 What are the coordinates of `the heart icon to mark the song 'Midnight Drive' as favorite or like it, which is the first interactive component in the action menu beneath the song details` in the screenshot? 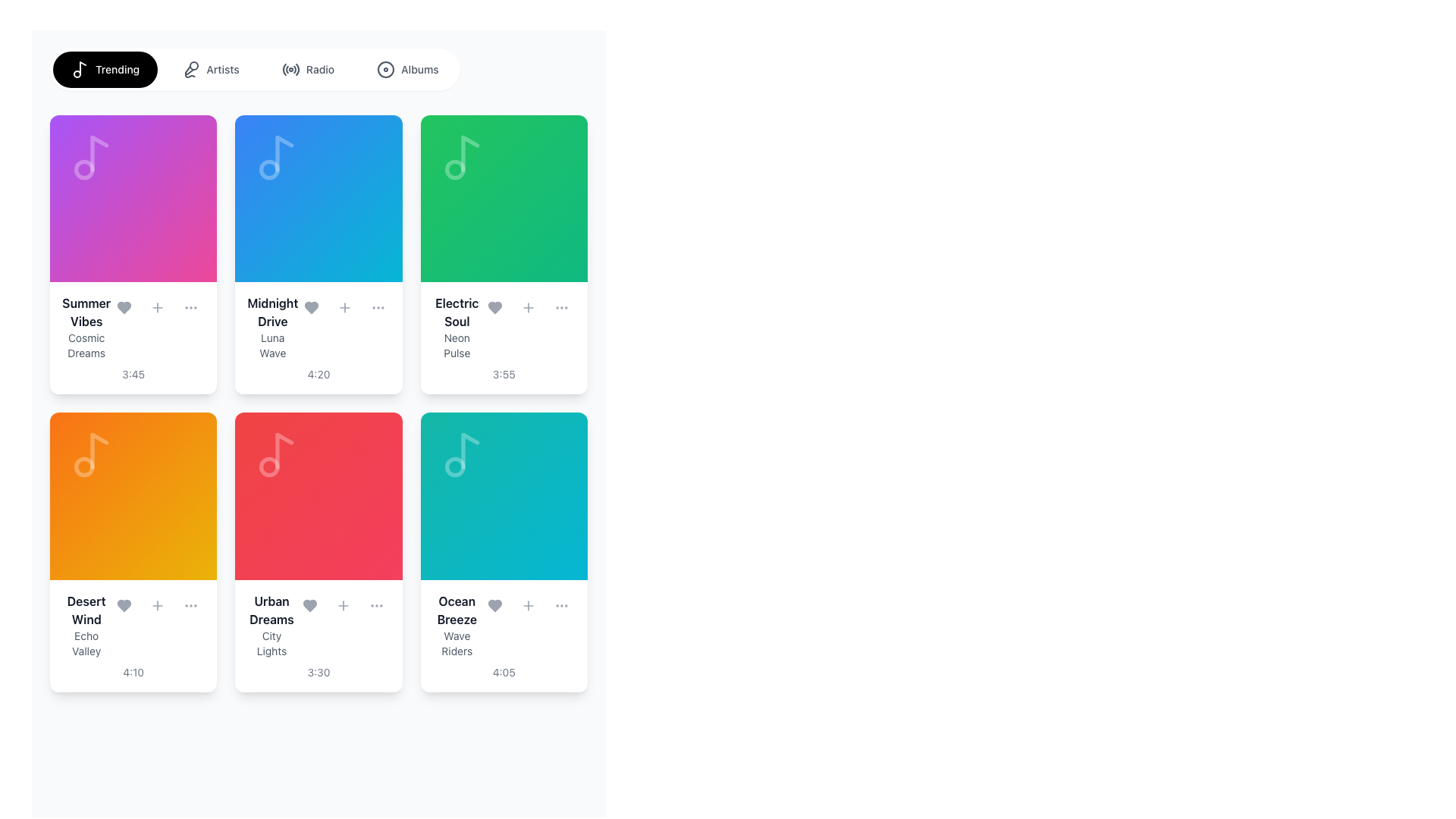 It's located at (311, 307).